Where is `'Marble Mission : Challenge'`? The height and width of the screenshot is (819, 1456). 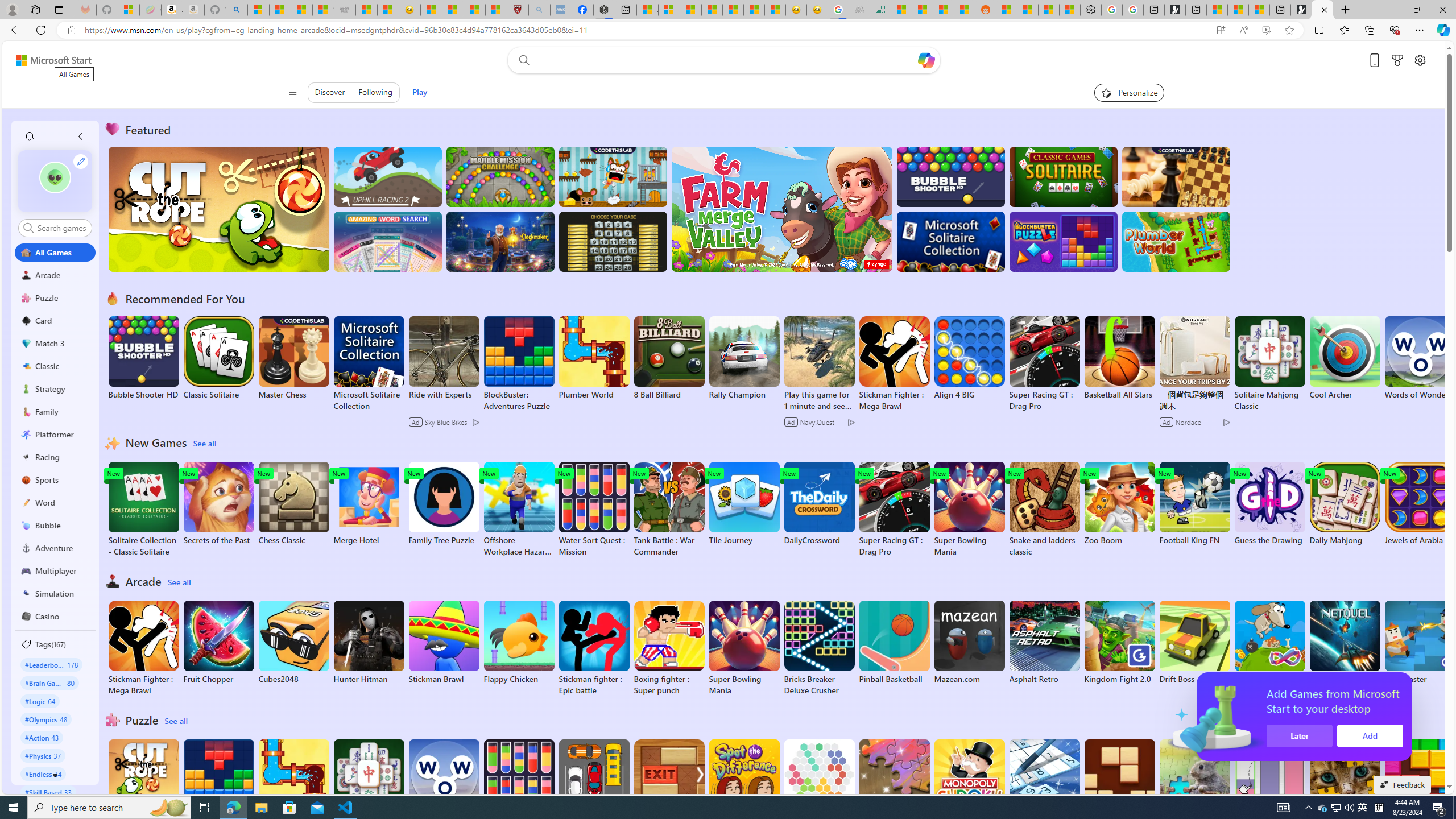
'Marble Mission : Challenge' is located at coordinates (500, 176).